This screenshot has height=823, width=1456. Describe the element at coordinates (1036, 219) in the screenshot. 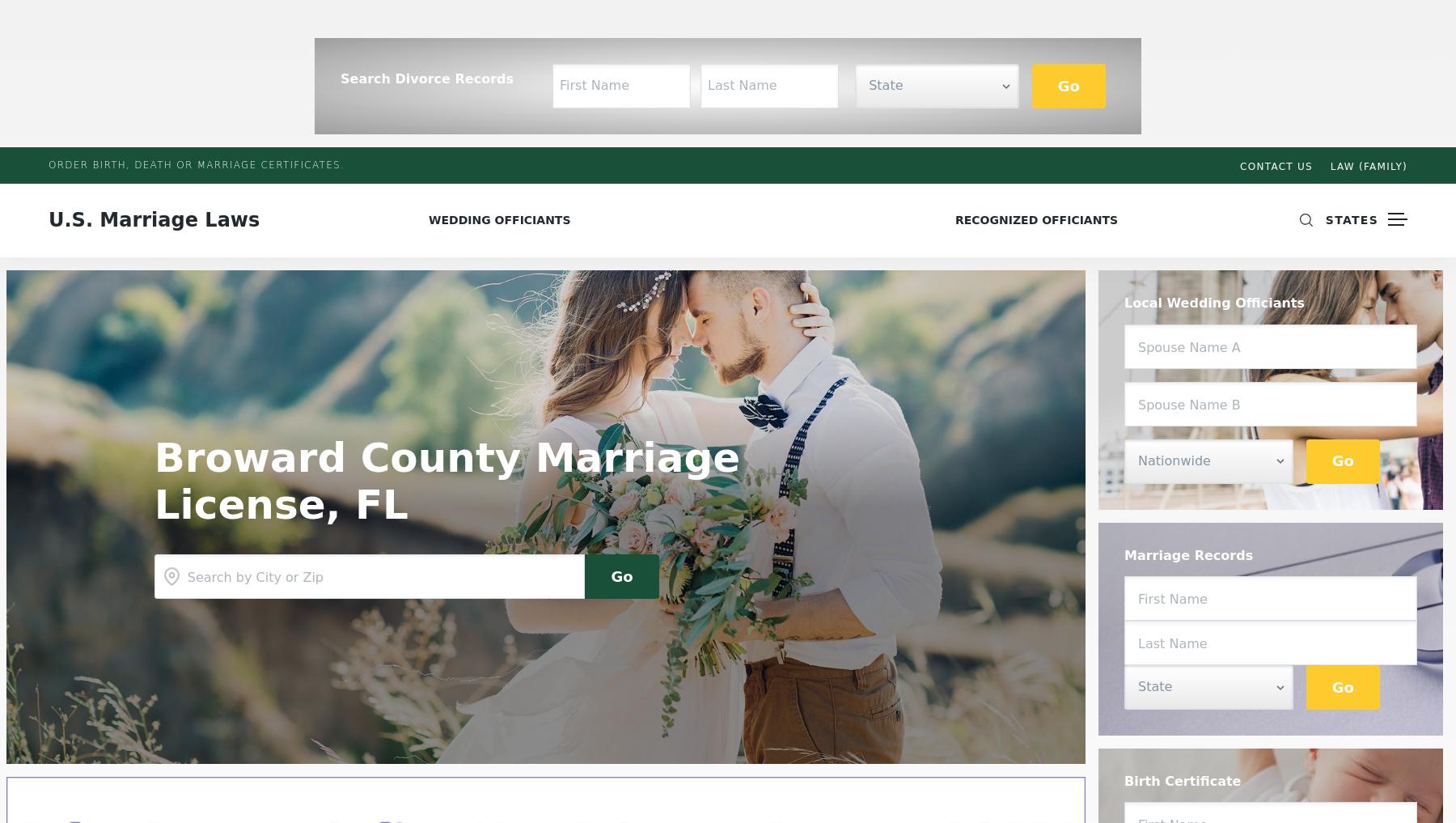

I see `'Recognized Officiants'` at that location.